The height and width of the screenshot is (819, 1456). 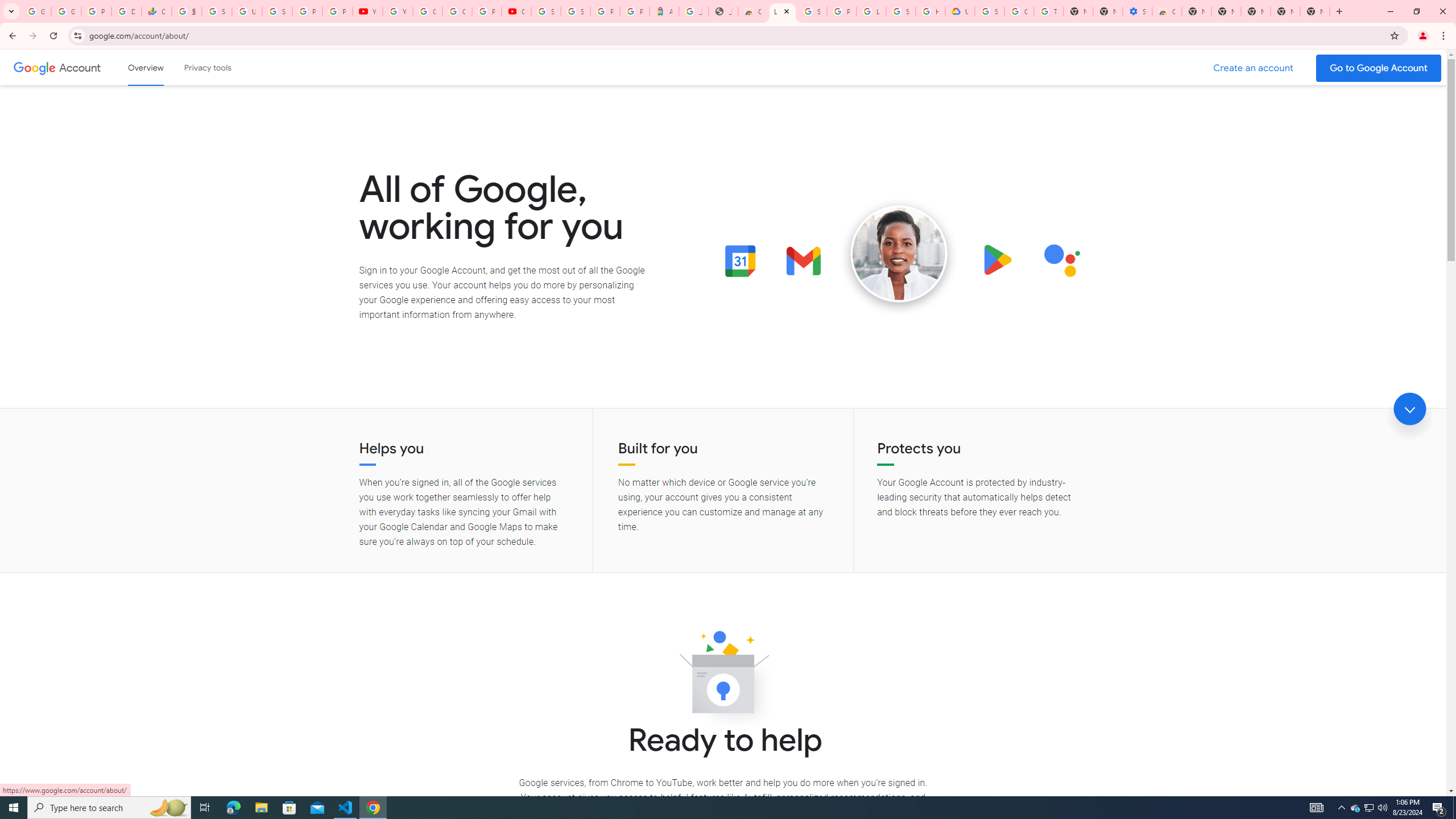 What do you see at coordinates (1166, 11) in the screenshot?
I see `'Chrome Web Store - Accessibility extensions'` at bounding box center [1166, 11].